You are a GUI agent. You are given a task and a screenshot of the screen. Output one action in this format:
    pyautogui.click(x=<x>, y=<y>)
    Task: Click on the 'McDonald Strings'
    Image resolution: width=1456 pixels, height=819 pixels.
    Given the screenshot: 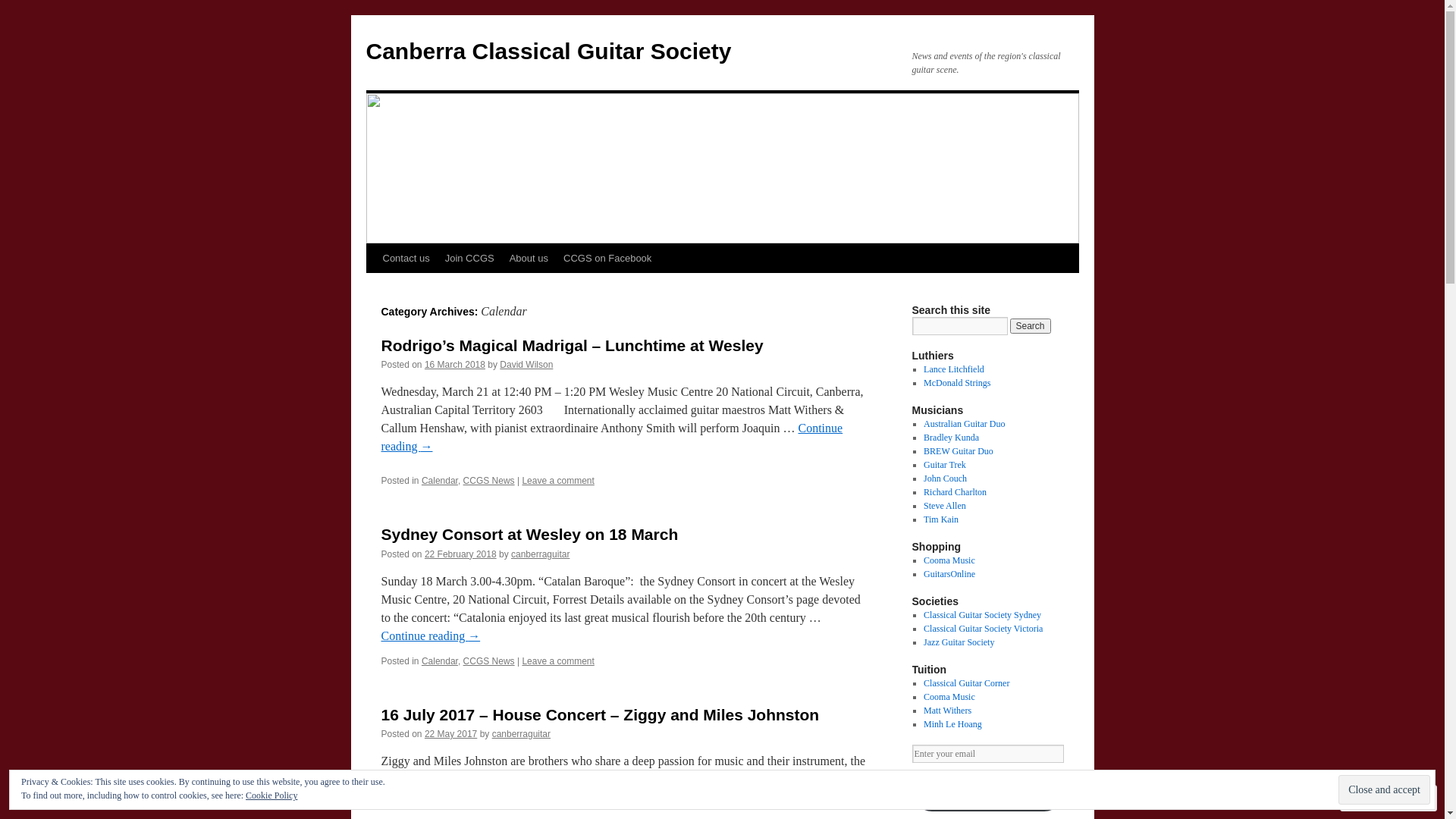 What is the action you would take?
    pyautogui.click(x=923, y=382)
    